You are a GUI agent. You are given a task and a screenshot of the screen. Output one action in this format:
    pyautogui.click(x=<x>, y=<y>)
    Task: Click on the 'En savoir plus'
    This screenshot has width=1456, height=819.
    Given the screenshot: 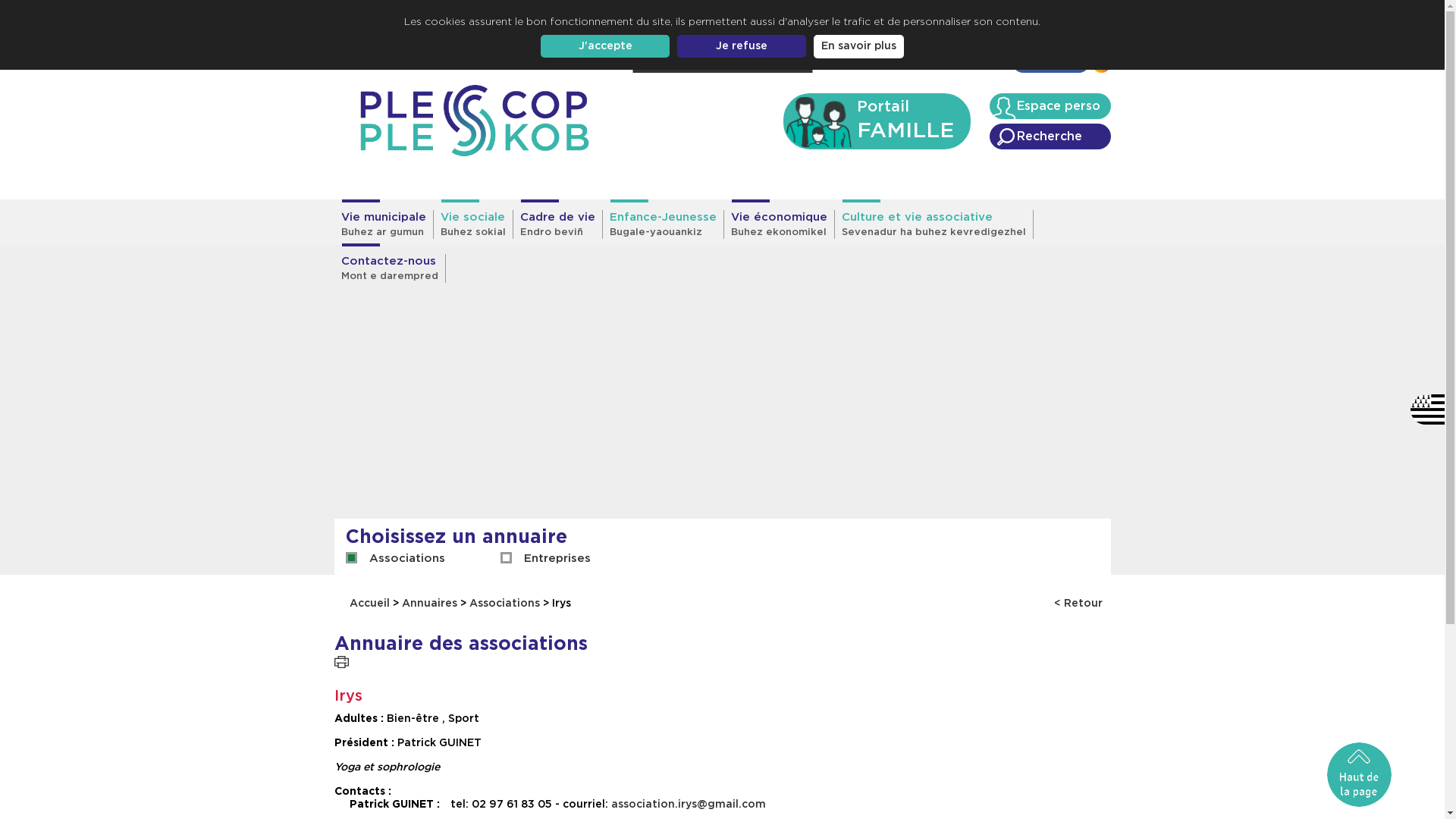 What is the action you would take?
    pyautogui.click(x=858, y=45)
    